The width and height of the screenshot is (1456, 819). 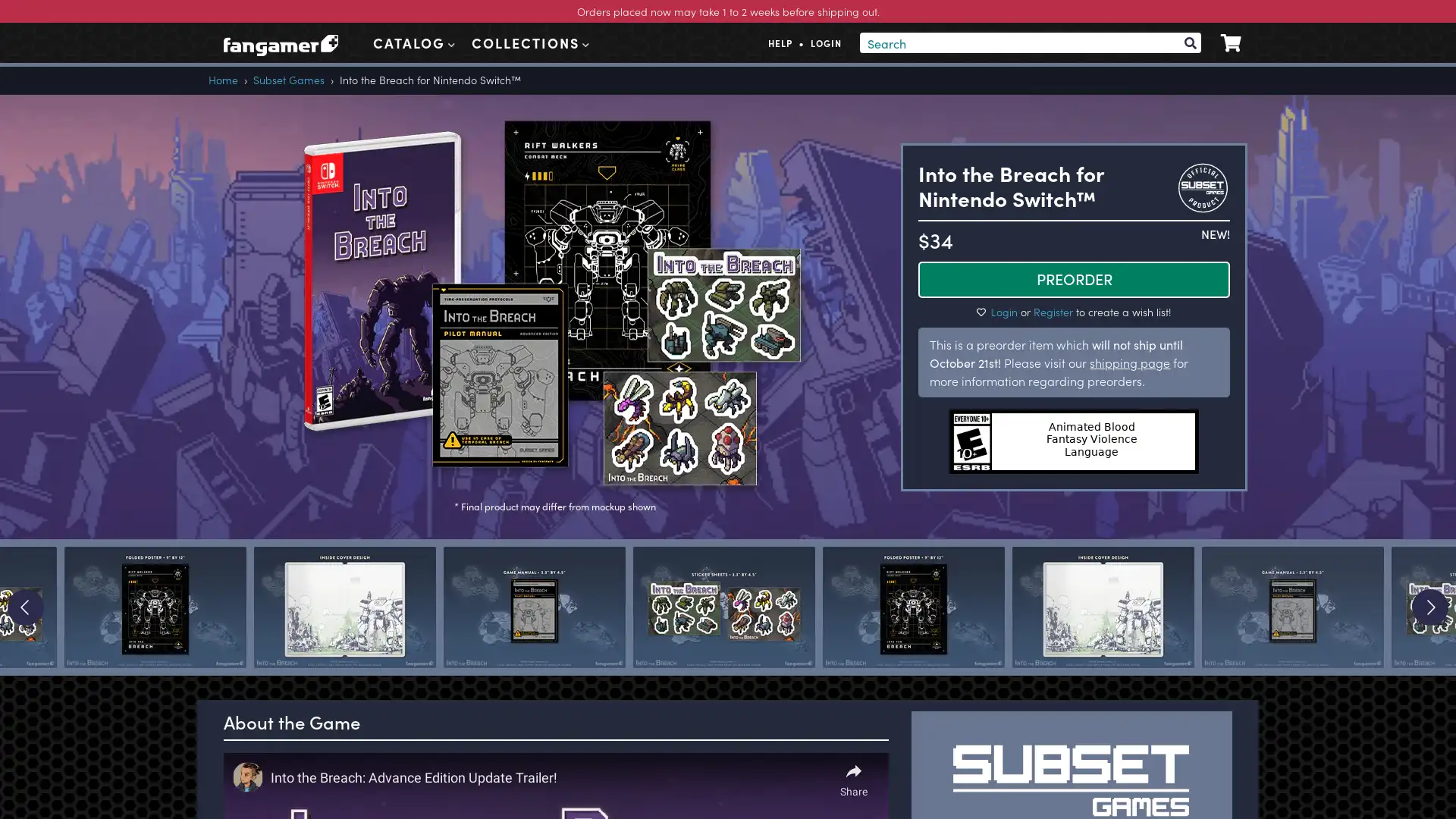 I want to click on Submit Search, so click(x=1189, y=42).